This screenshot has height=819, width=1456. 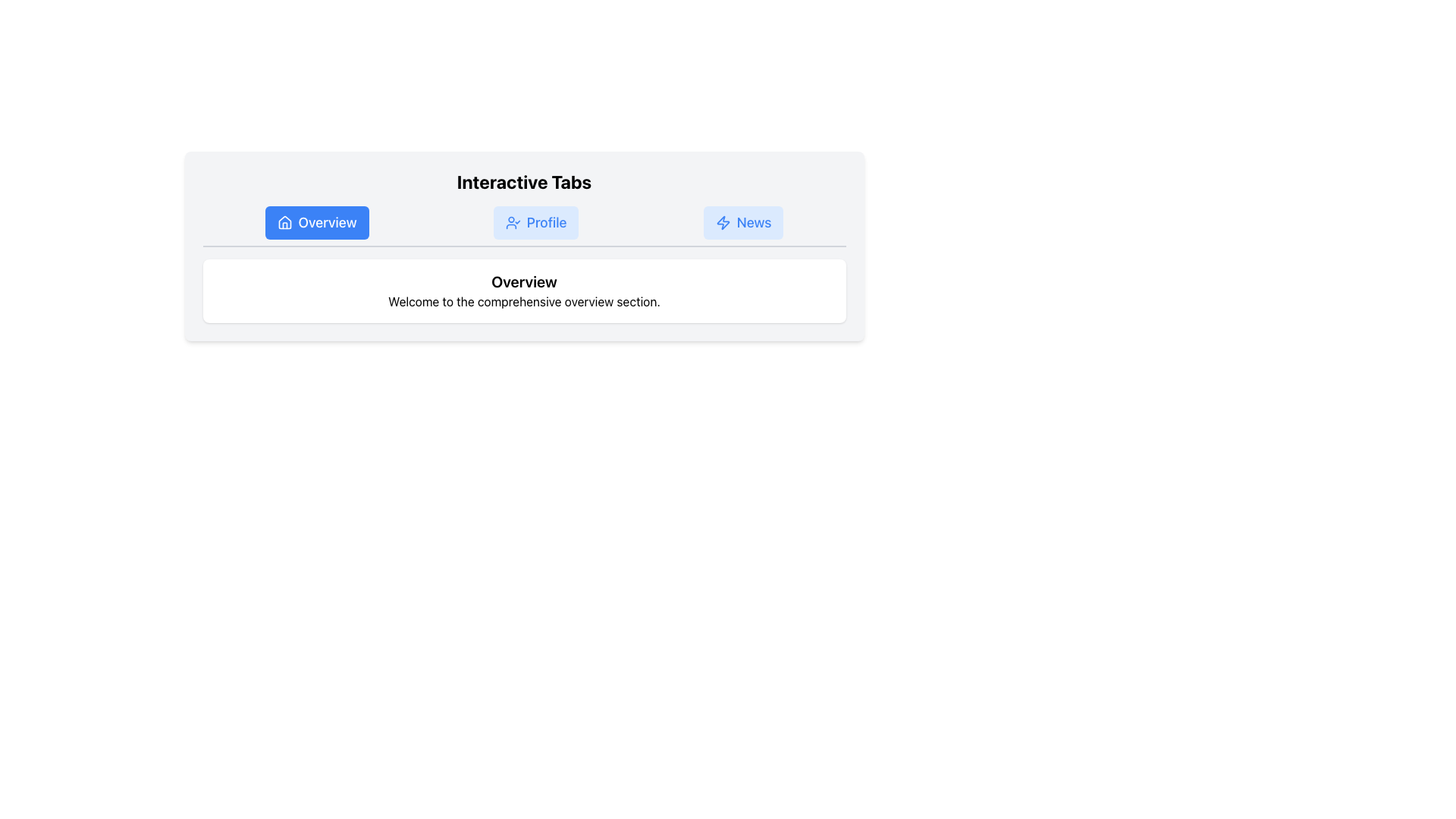 I want to click on the blue button labeled 'Overview' with a house icon to trigger visual feedback, so click(x=315, y=222).